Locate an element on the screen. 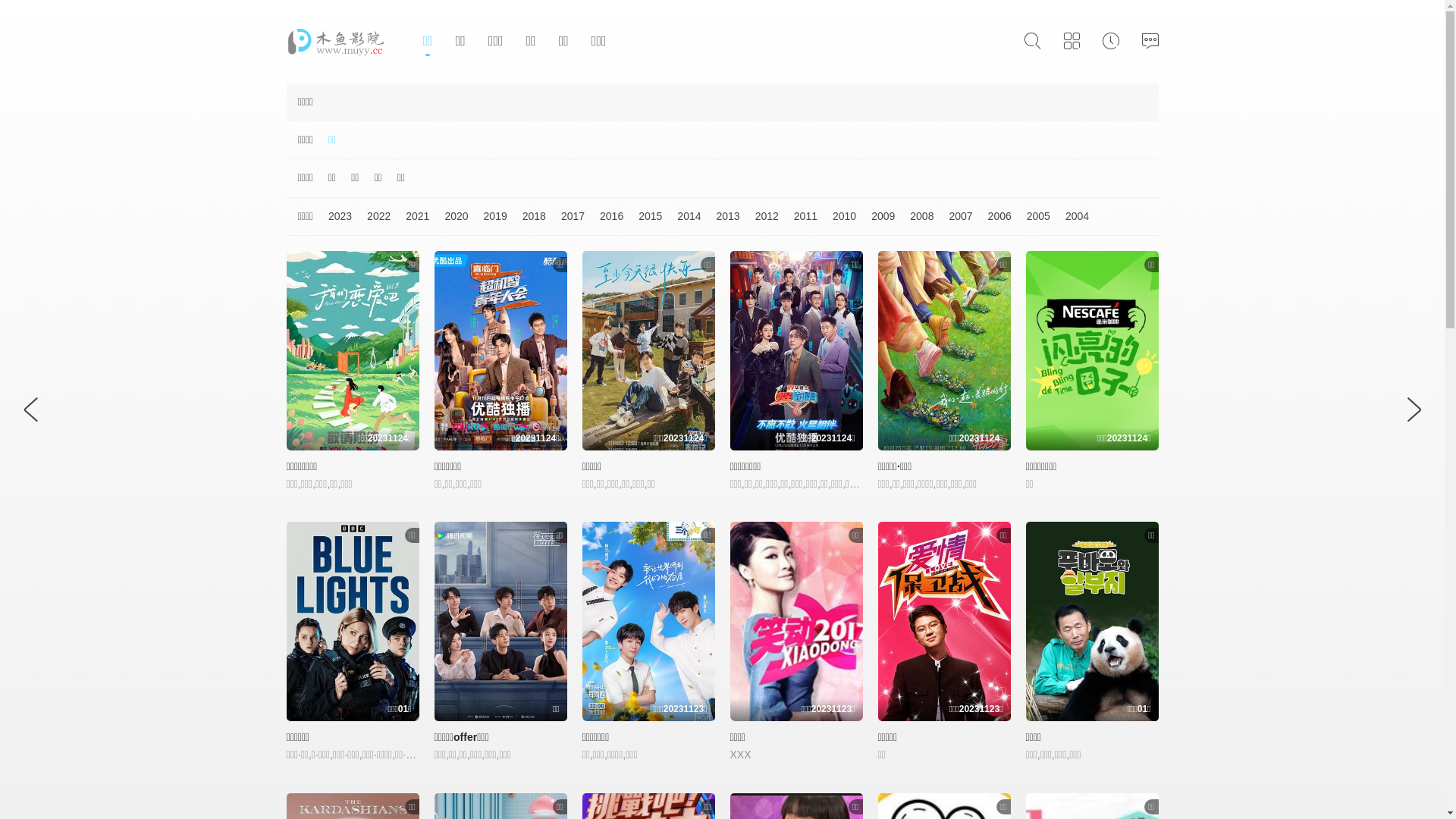 Image resolution: width=1456 pixels, height=819 pixels. '2004' is located at coordinates (1068, 216).